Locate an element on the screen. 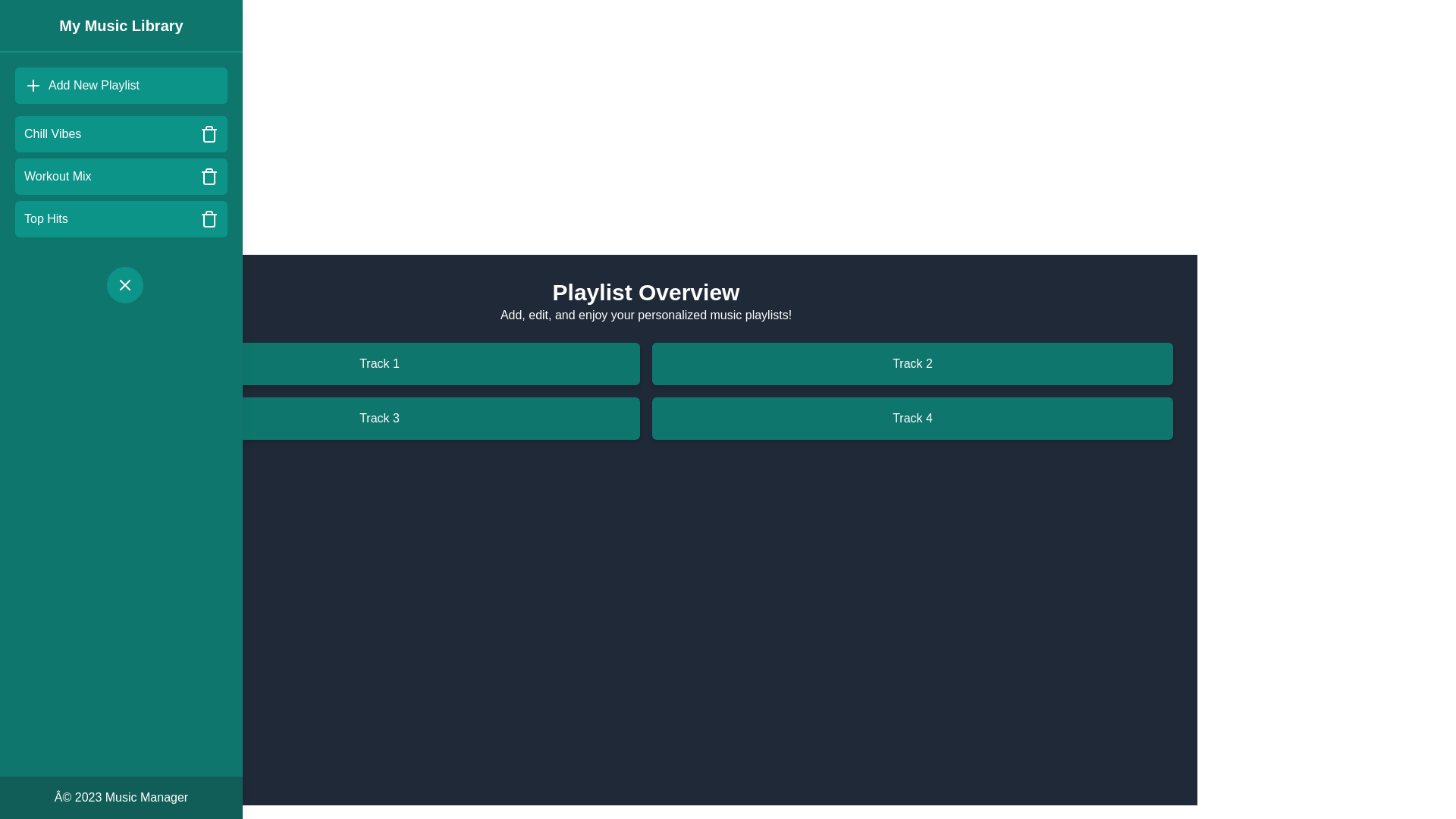  the selectable track item button for 'Track 1' located in the top-left position of the playlist overview interface is located at coordinates (379, 363).